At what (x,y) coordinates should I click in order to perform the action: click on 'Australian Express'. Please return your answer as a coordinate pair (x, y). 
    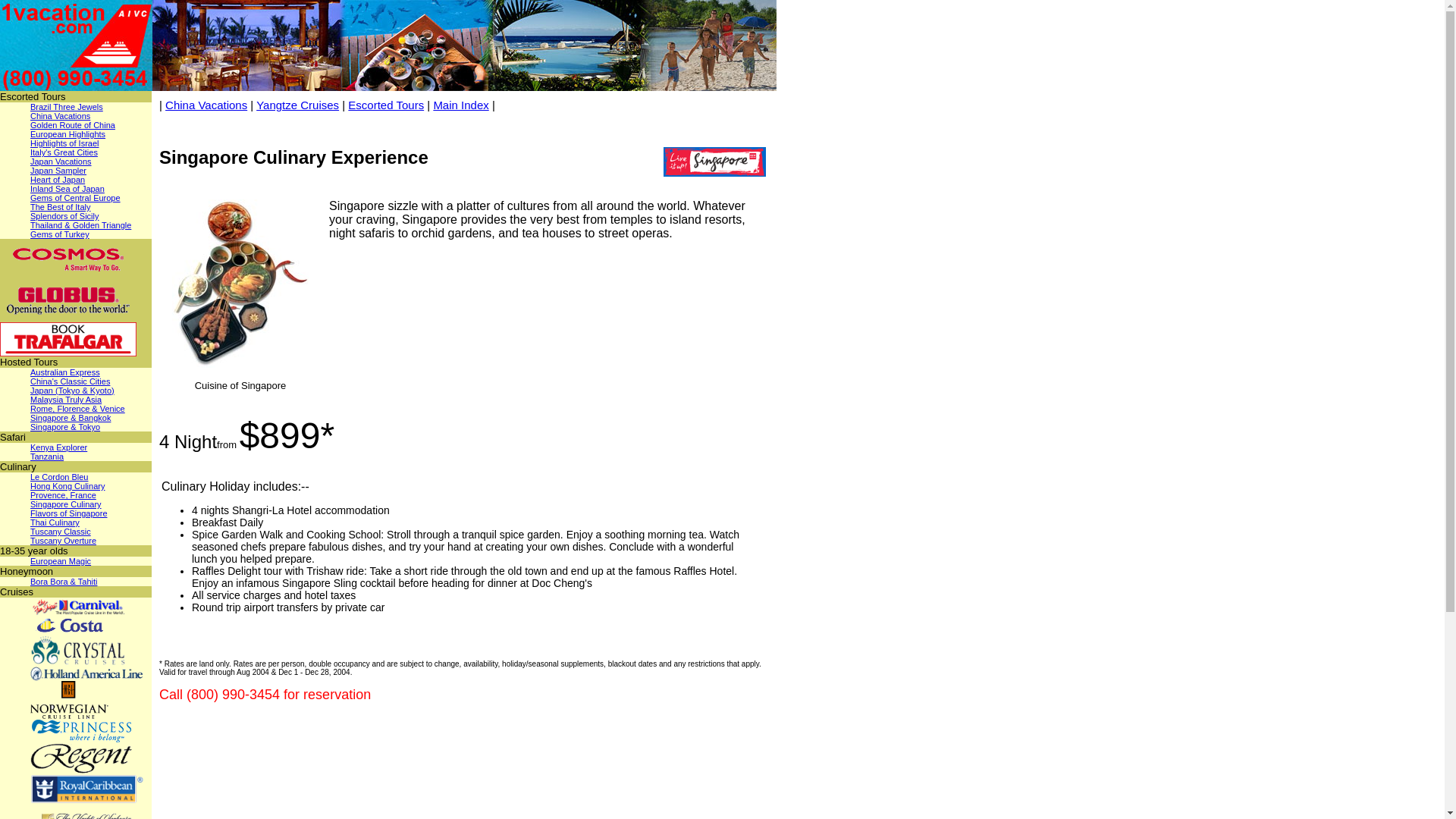
    Looking at the image, I should click on (30, 372).